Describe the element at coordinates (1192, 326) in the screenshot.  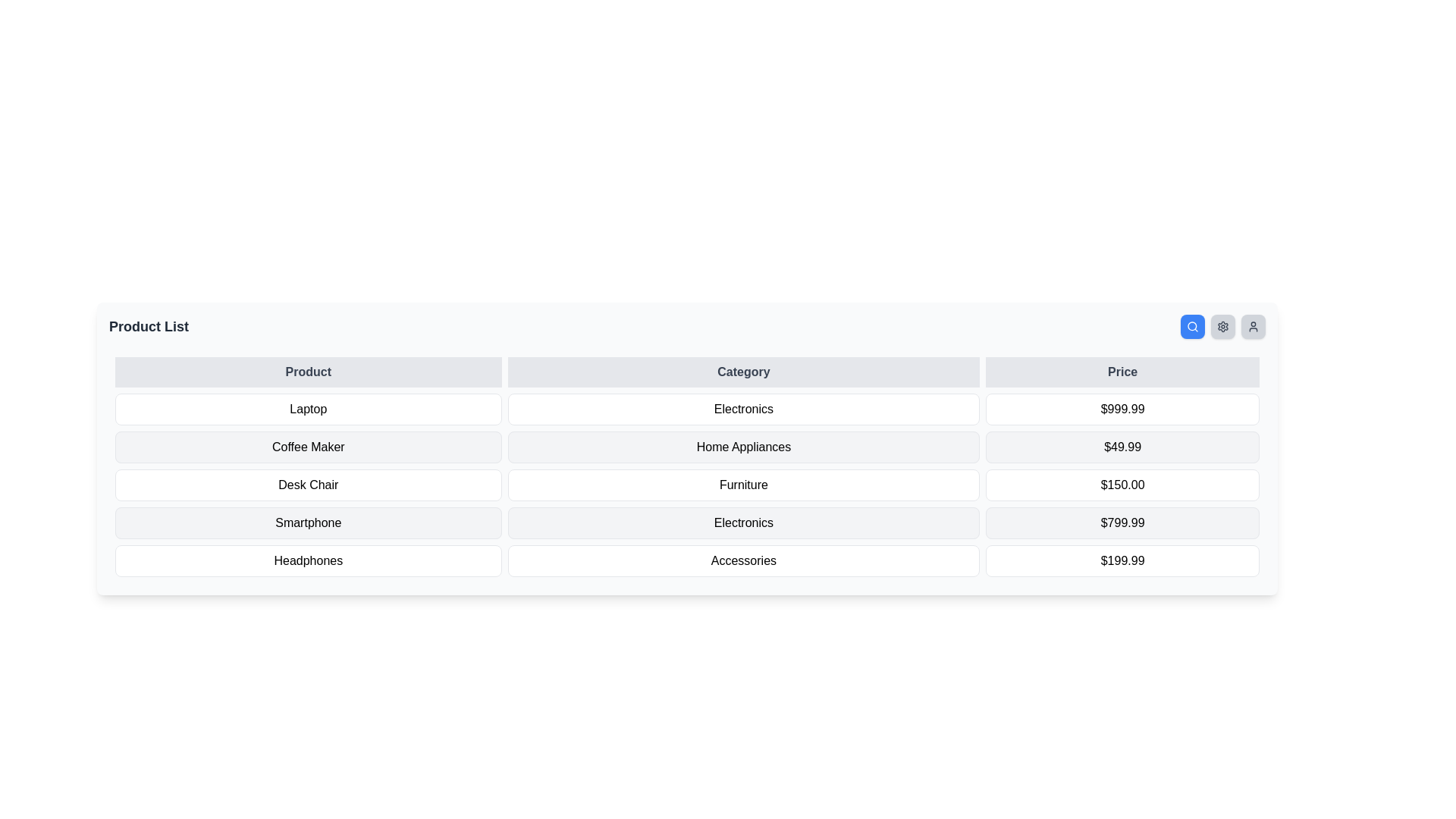
I see `the search icon located inside a button in the top-right corner of the interface to initiate a search` at that location.